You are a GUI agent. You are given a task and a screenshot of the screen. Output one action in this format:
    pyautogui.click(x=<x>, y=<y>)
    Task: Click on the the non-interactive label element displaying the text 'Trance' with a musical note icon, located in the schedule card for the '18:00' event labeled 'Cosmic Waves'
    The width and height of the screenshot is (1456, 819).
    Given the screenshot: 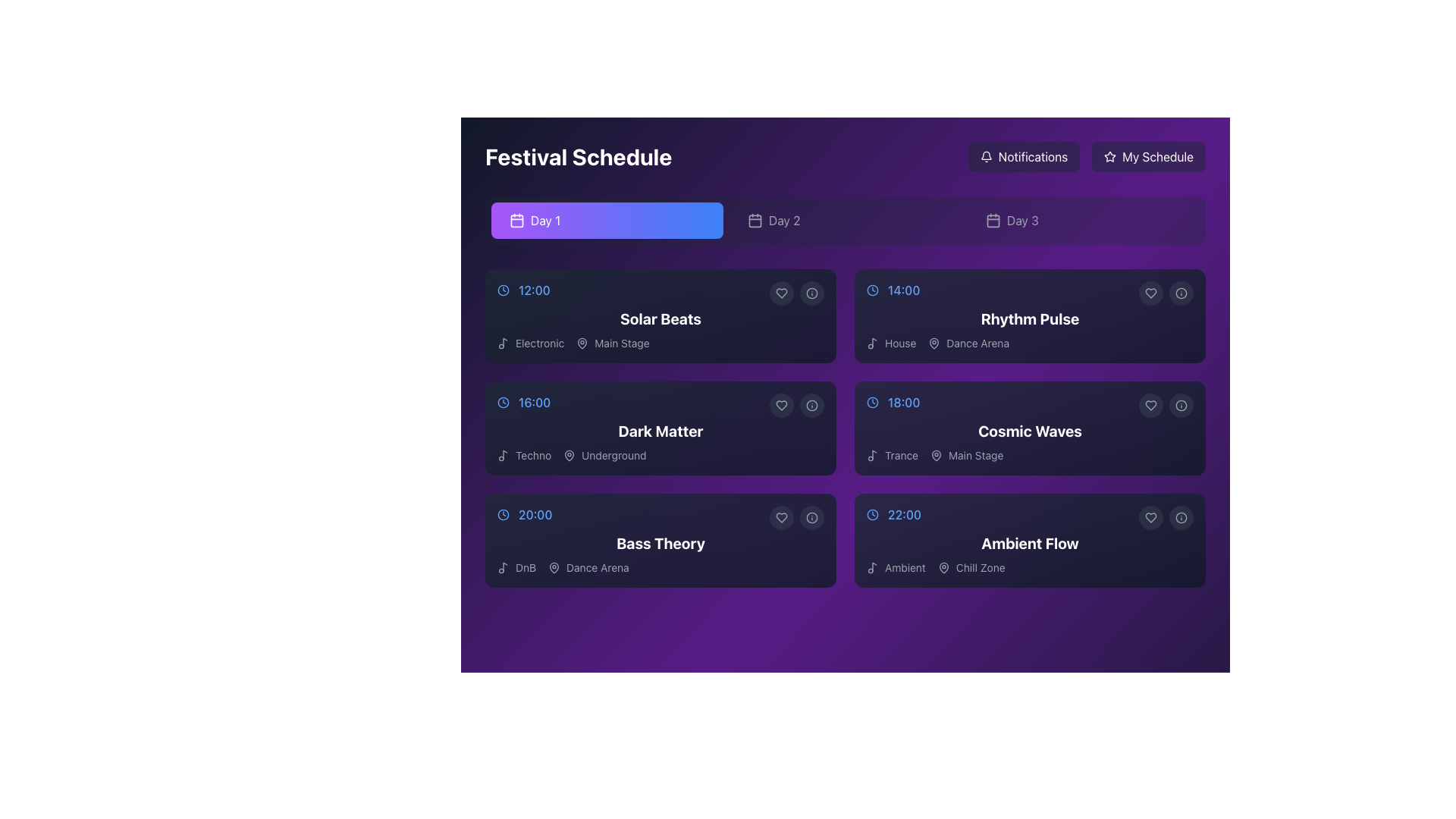 What is the action you would take?
    pyautogui.click(x=892, y=455)
    